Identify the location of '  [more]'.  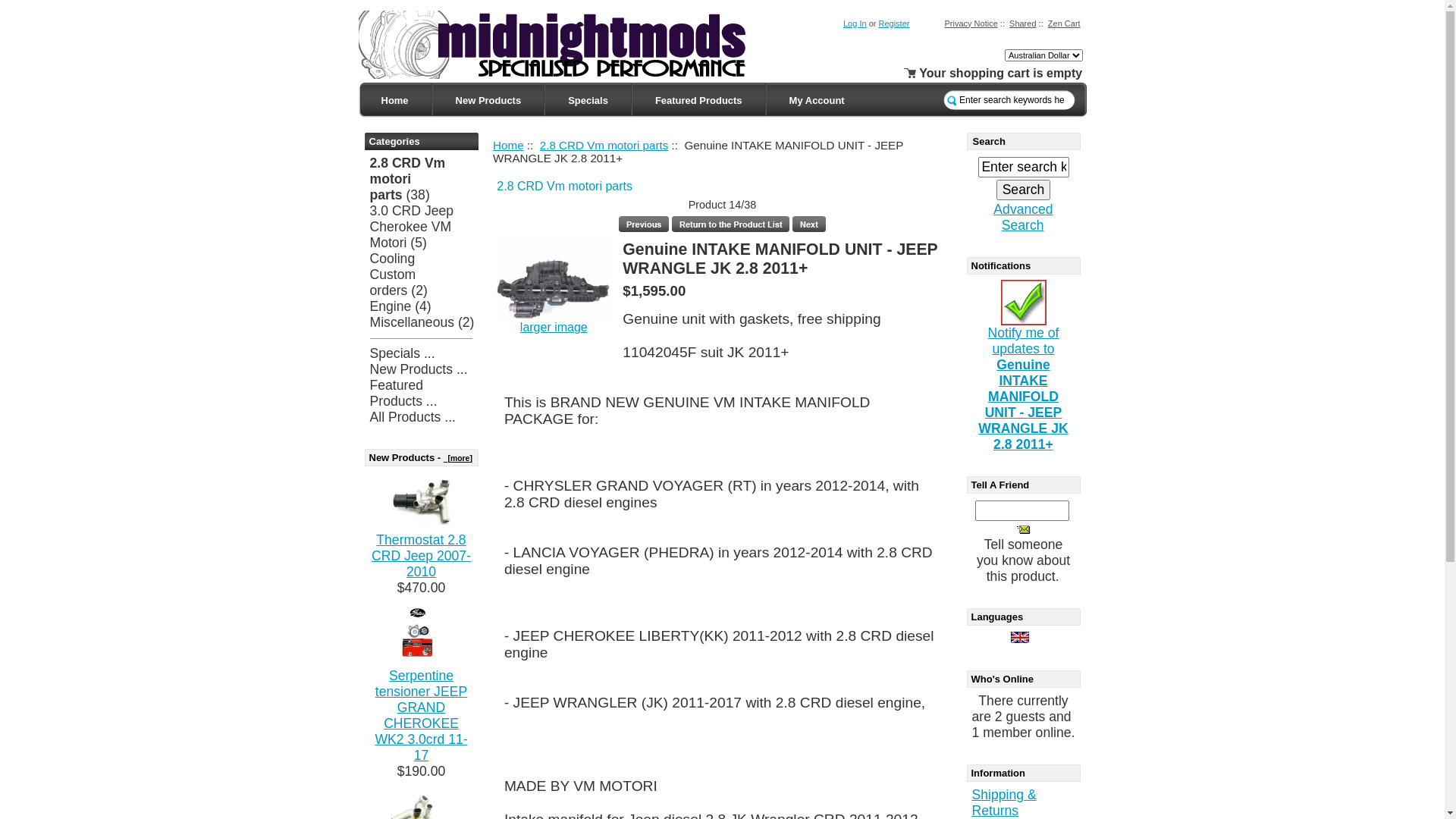
(457, 457).